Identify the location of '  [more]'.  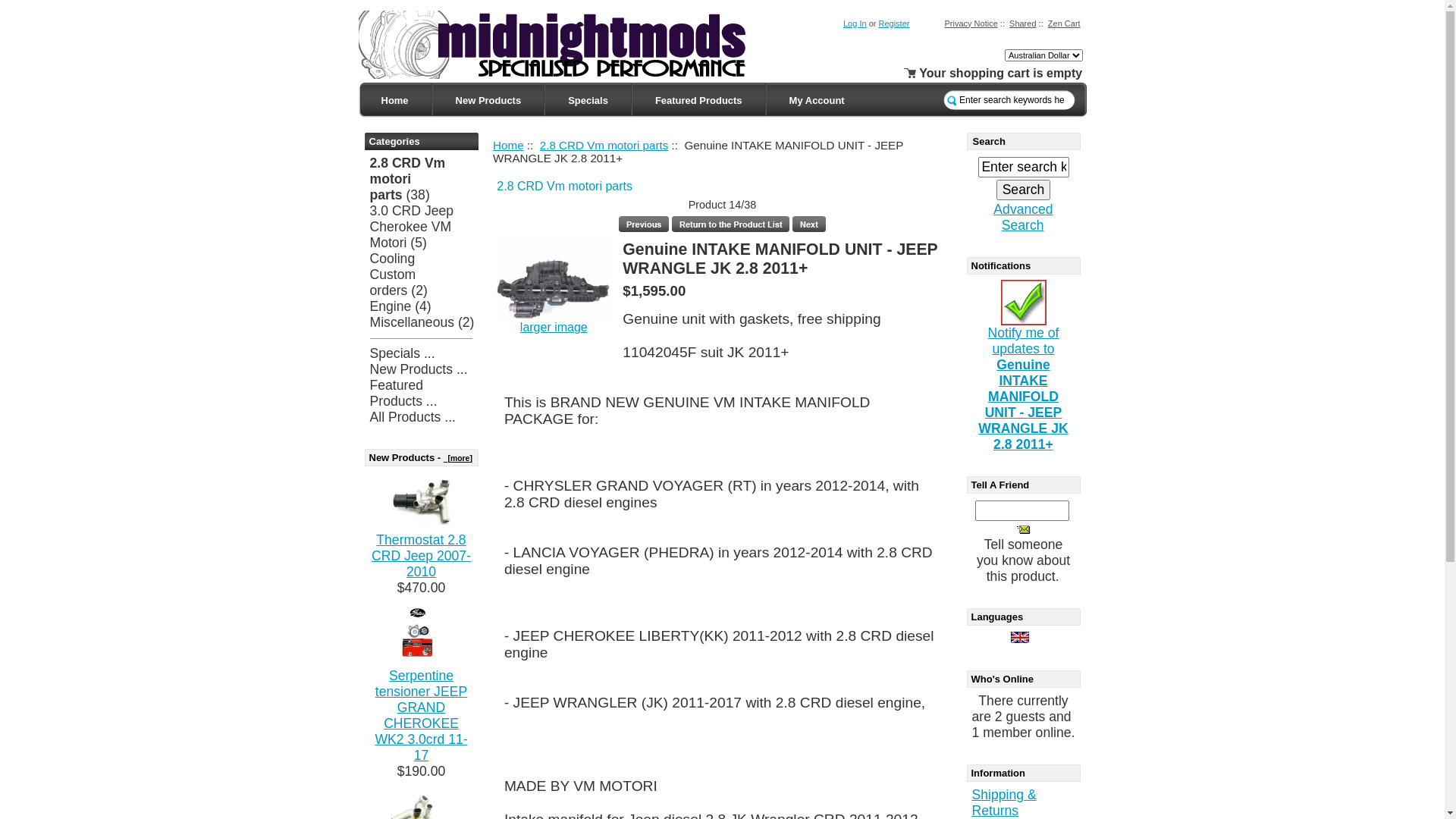
(457, 457).